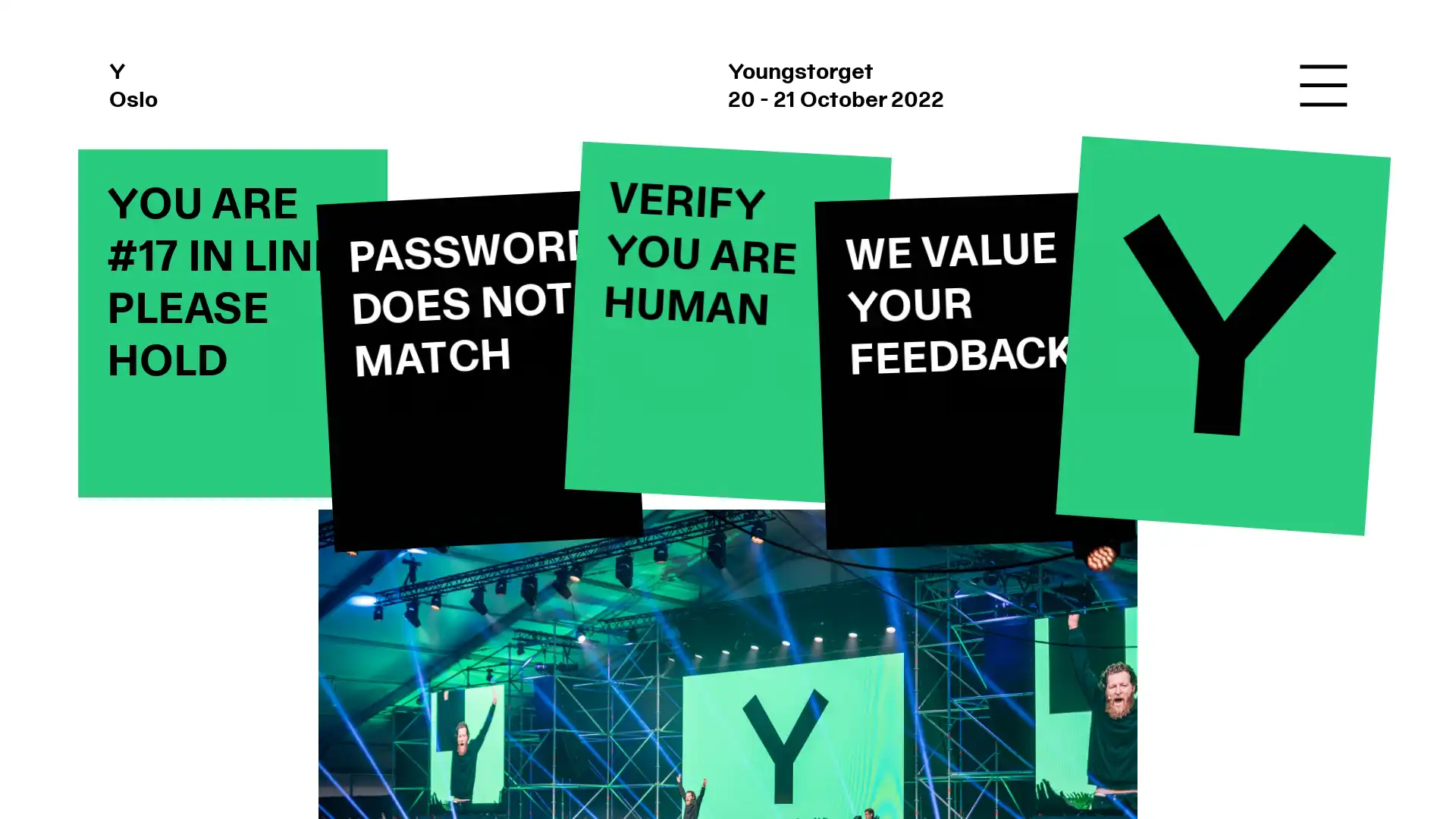  What do you see at coordinates (726, 322) in the screenshot?
I see `VERIFY YOU ARE HUMAN` at bounding box center [726, 322].